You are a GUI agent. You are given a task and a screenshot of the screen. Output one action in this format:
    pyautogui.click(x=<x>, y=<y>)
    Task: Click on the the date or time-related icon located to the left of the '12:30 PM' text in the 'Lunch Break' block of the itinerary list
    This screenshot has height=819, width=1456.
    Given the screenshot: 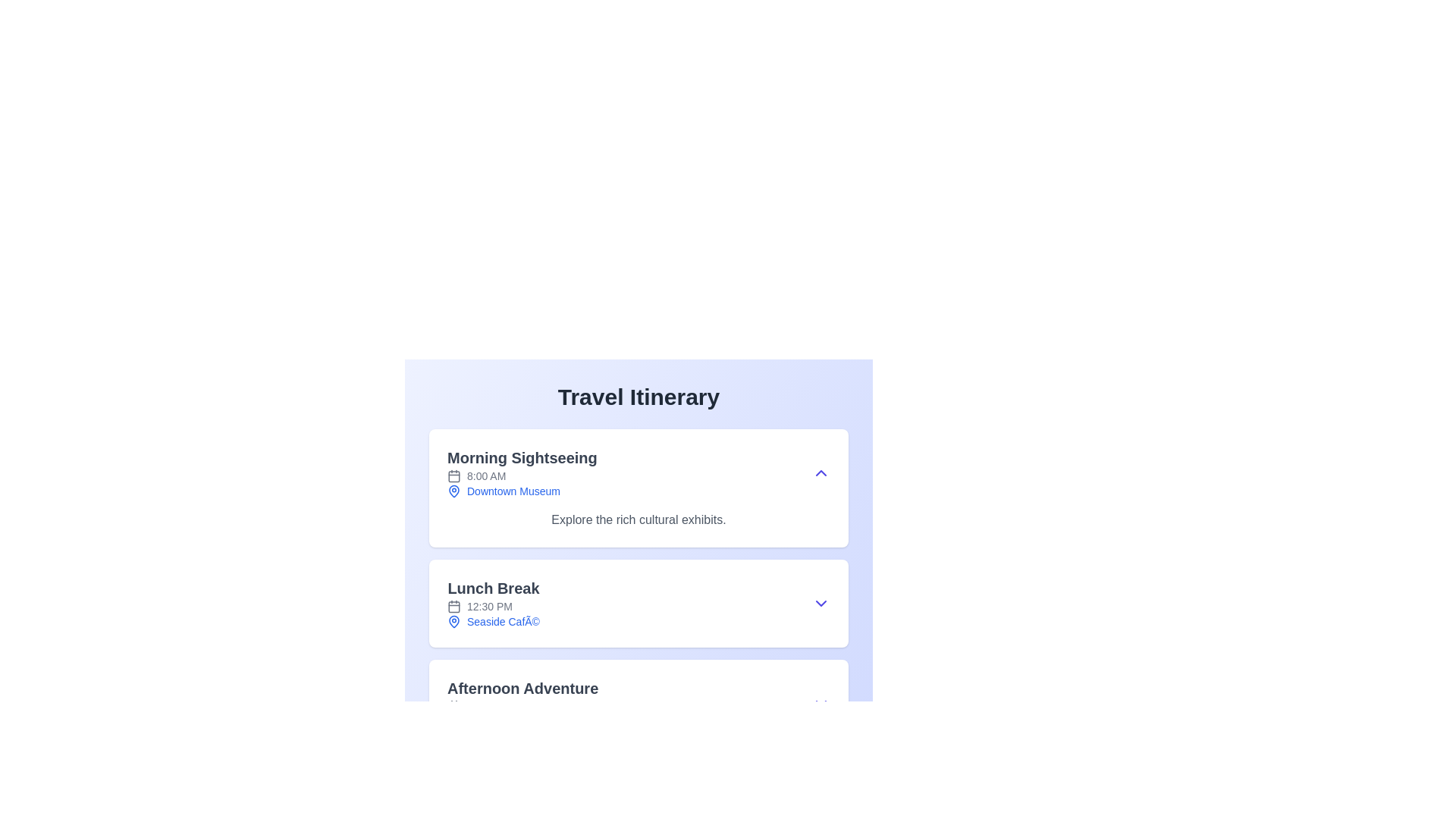 What is the action you would take?
    pyautogui.click(x=453, y=605)
    